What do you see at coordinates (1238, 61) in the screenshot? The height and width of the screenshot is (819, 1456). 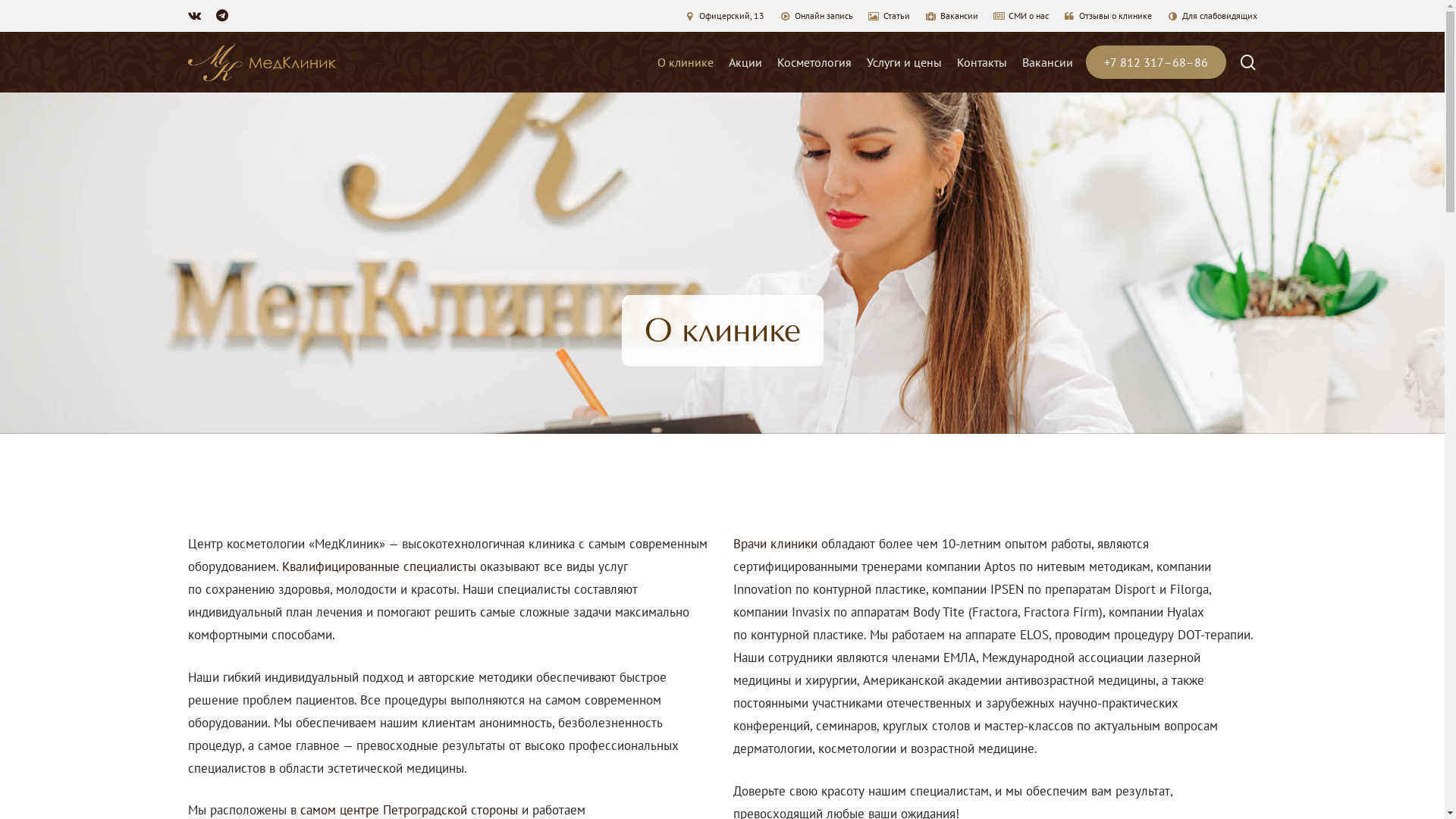 I see `'search'` at bounding box center [1238, 61].